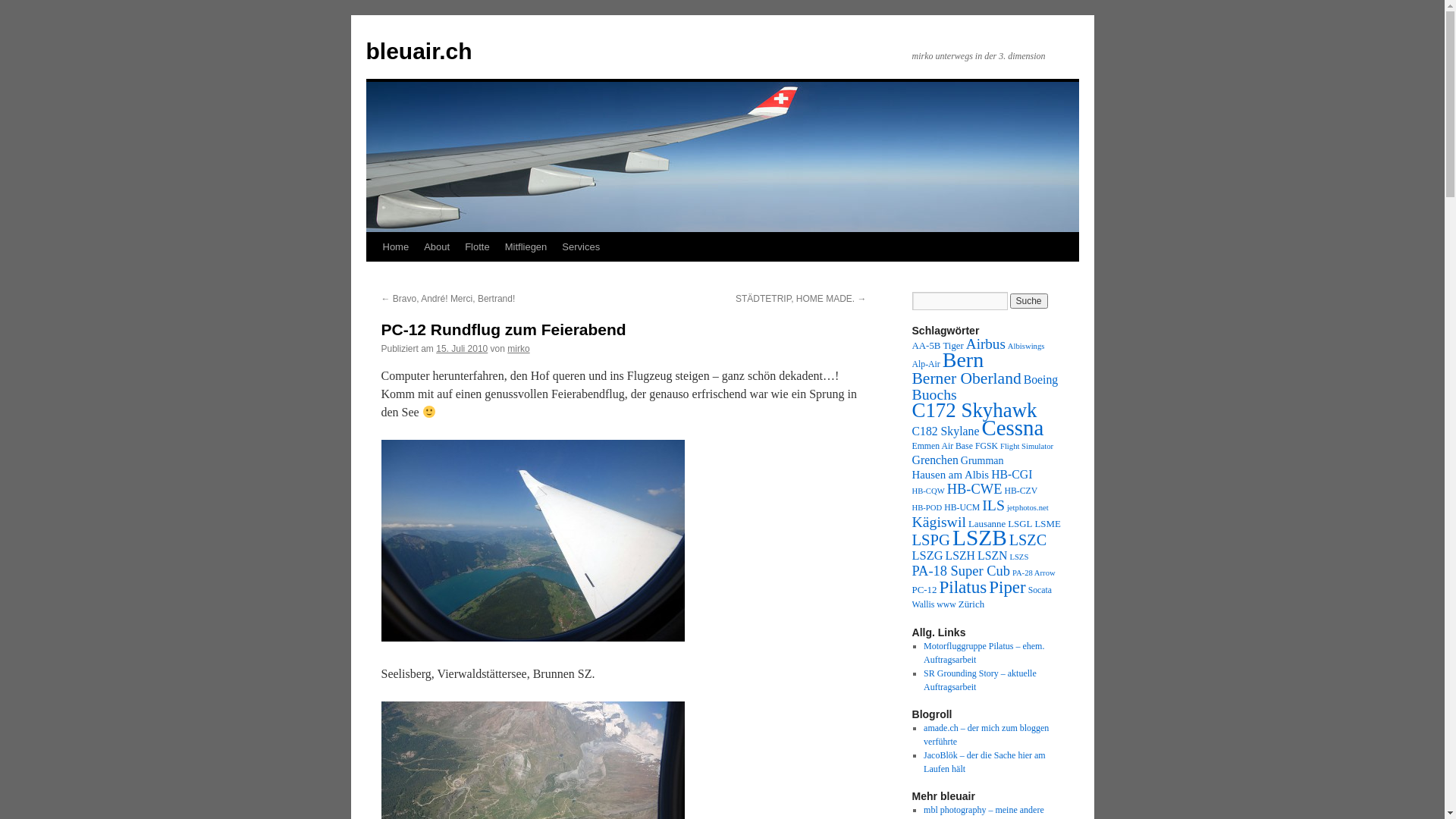  Describe the element at coordinates (910, 364) in the screenshot. I see `'Alp-Air'` at that location.